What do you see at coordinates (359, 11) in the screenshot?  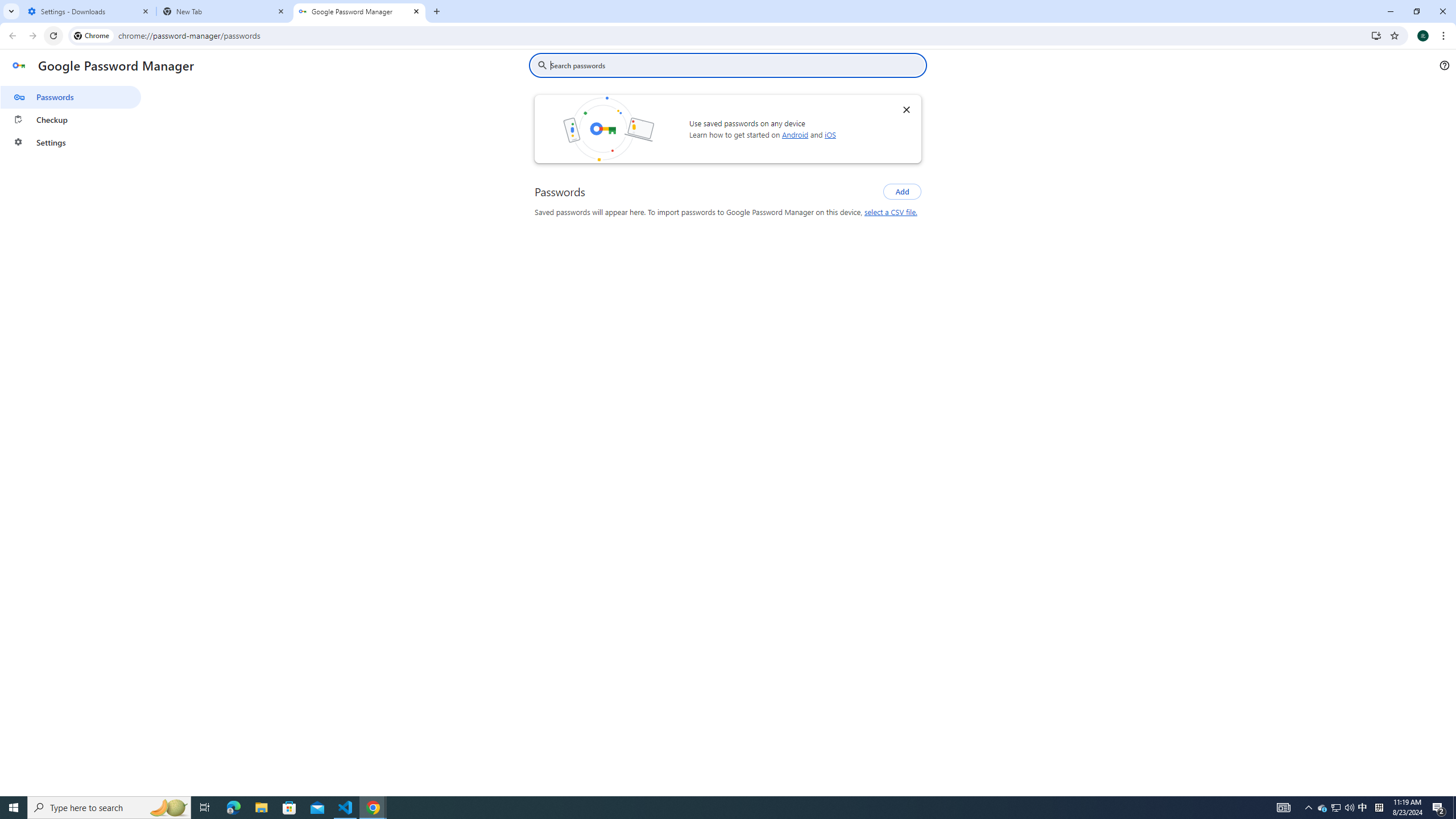 I see `'Google Password Manager'` at bounding box center [359, 11].